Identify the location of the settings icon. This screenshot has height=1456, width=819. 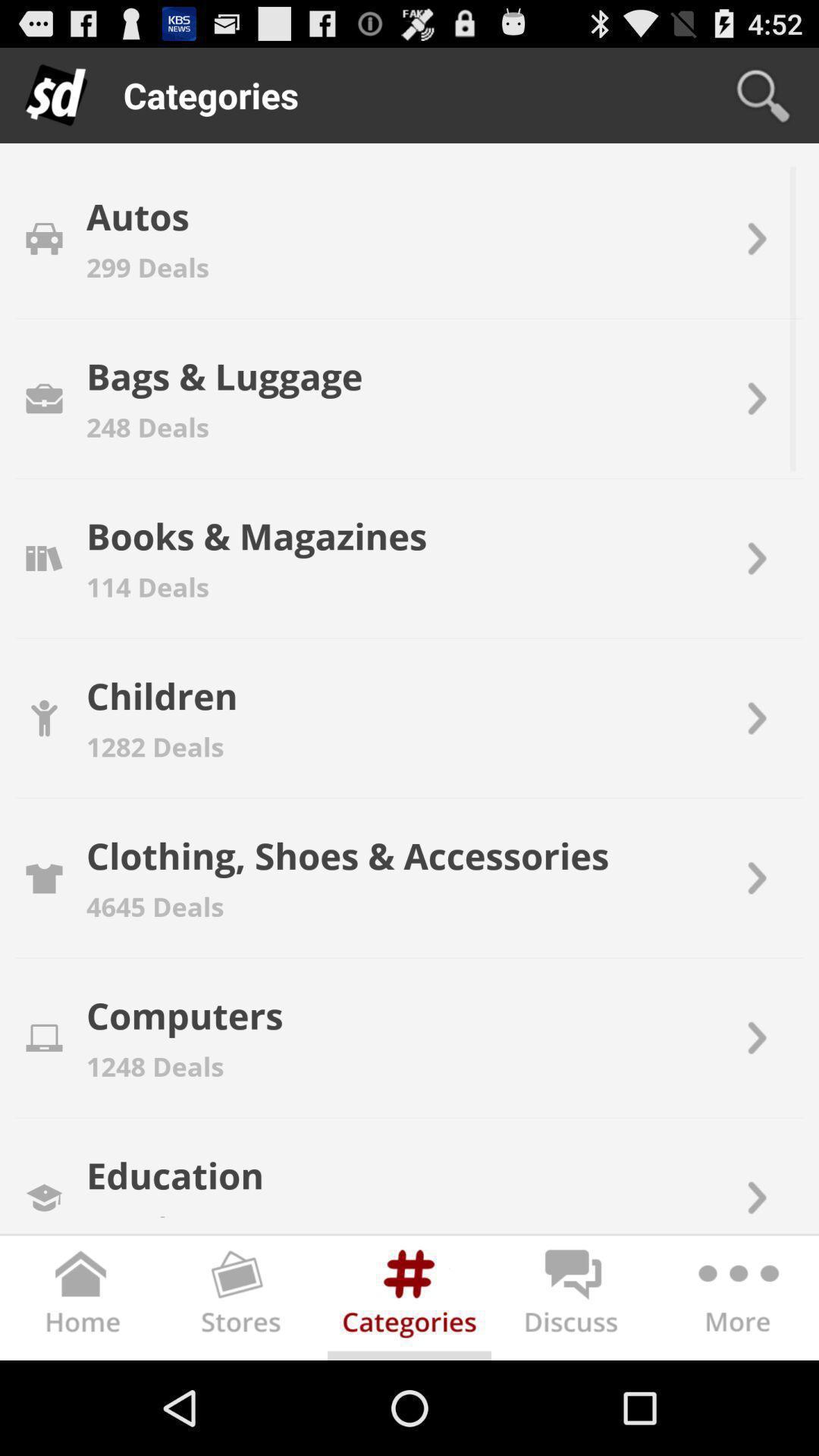
(409, 1392).